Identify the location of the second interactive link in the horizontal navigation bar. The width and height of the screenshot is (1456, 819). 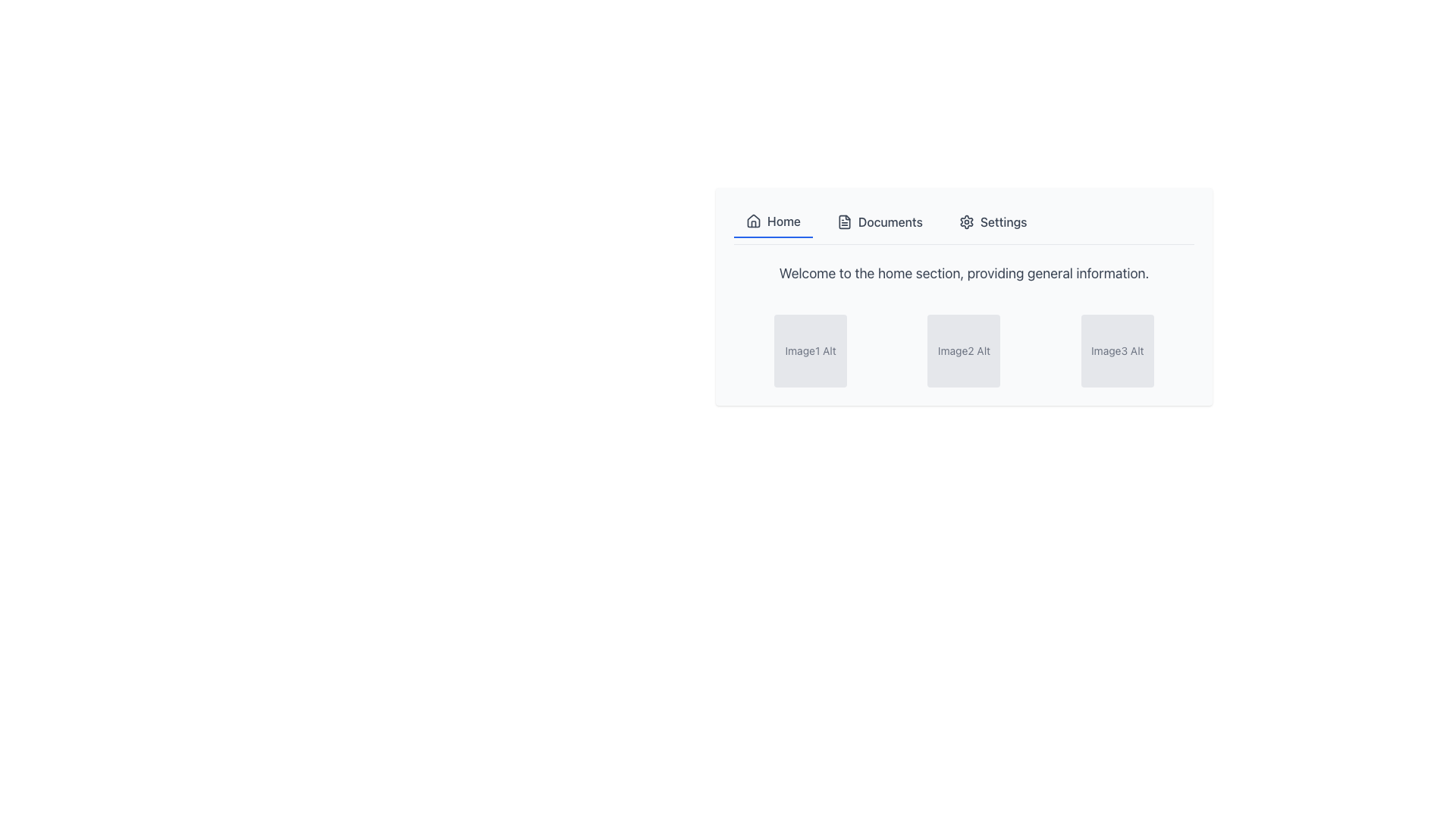
(880, 222).